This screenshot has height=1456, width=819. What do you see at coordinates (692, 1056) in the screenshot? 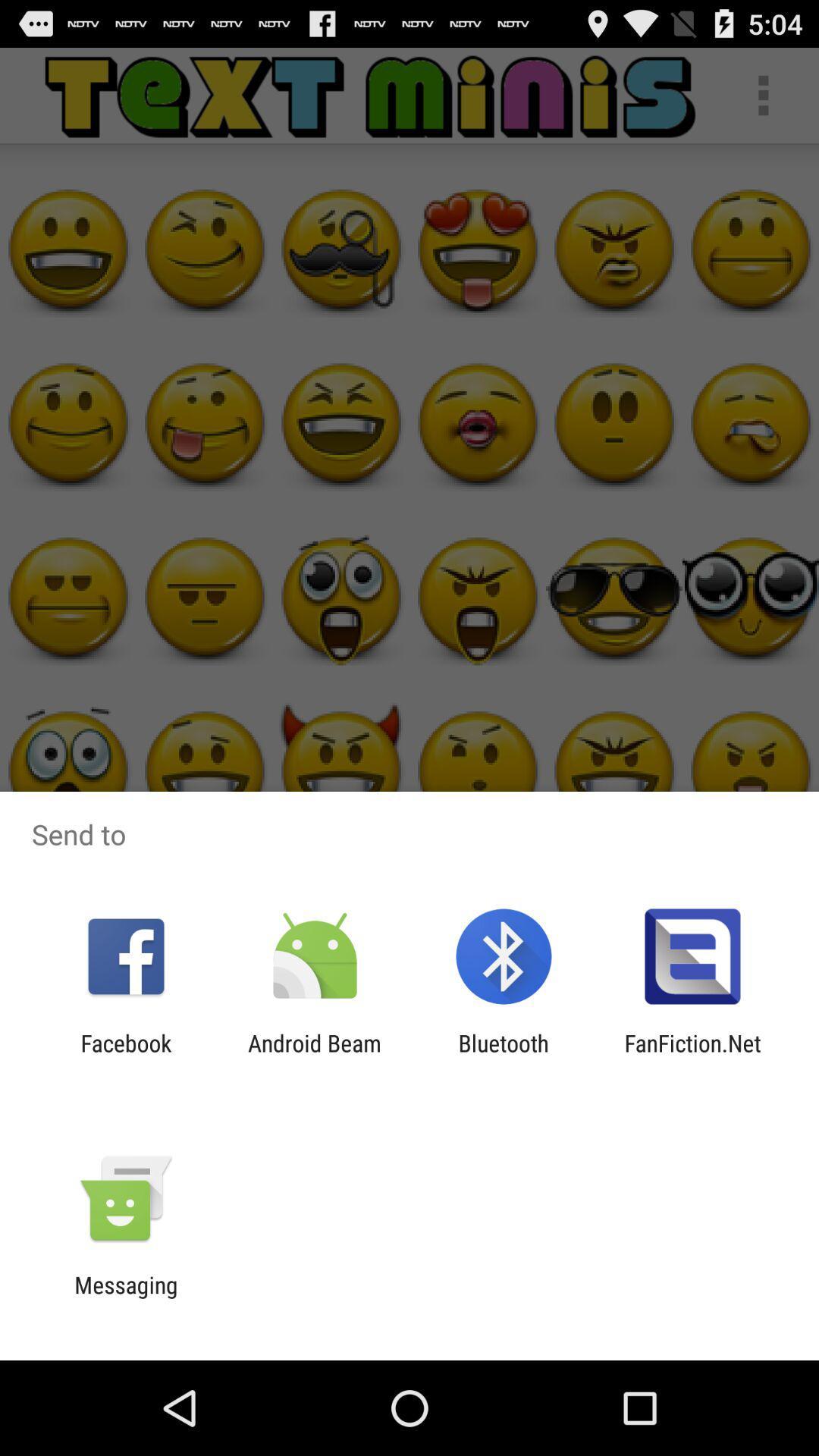
I see `icon next to bluetooth app` at bounding box center [692, 1056].